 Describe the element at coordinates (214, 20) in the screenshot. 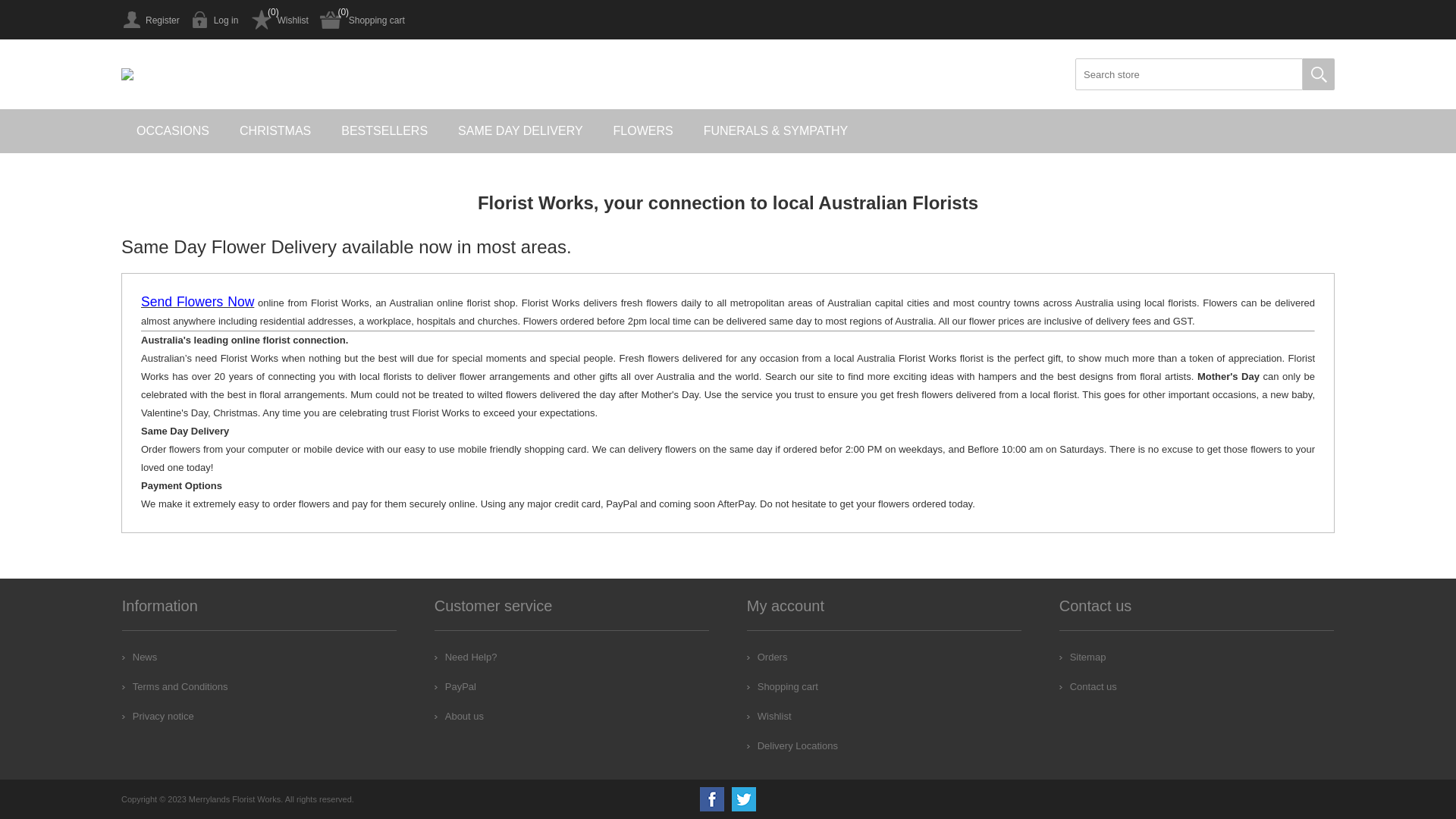

I see `'Log in'` at that location.